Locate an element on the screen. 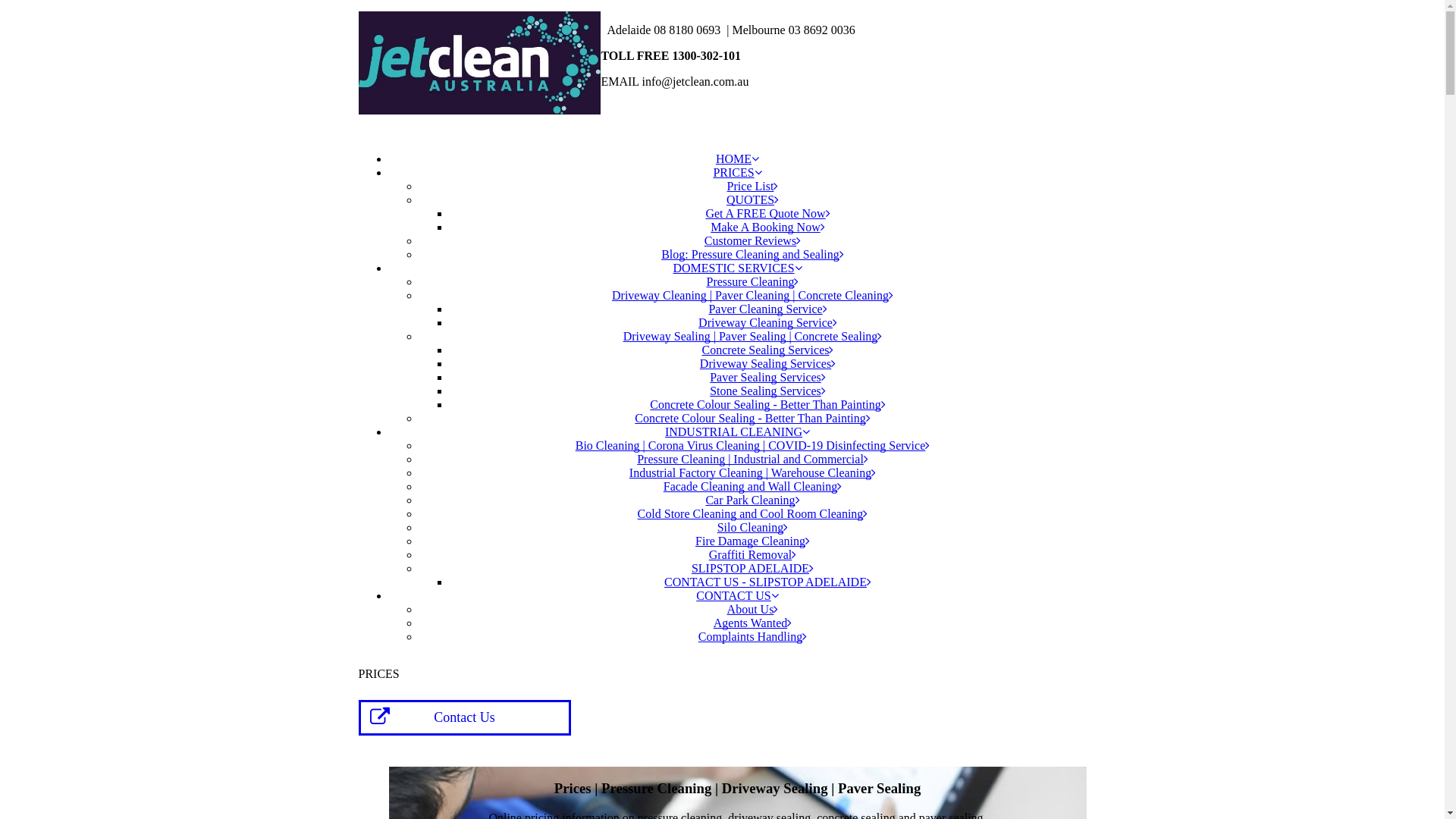 This screenshot has width=1456, height=819. 'Make A Booking Now' is located at coordinates (767, 227).